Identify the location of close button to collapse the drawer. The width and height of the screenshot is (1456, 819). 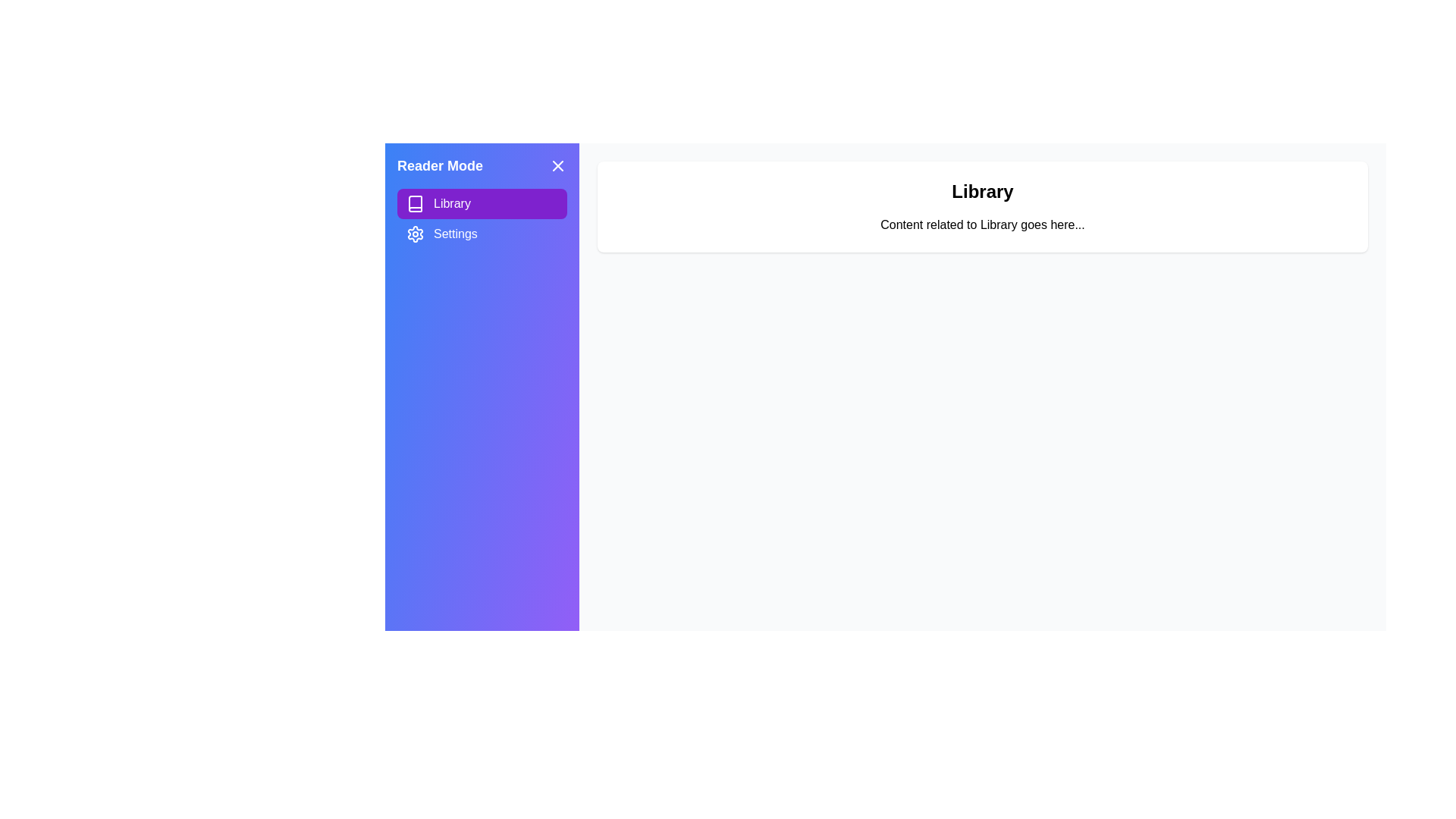
(557, 166).